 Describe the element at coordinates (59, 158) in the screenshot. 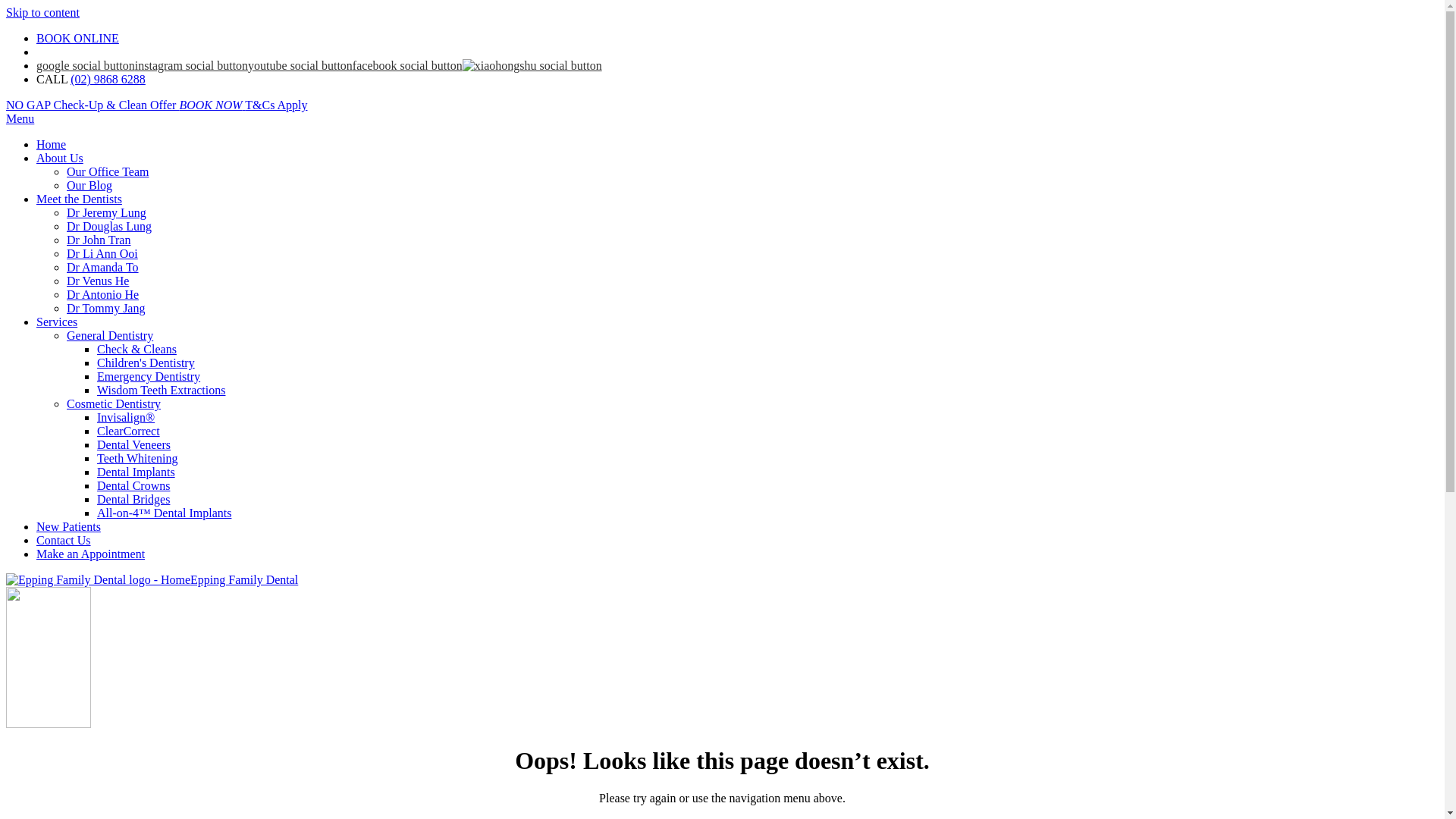

I see `'About Us'` at that location.